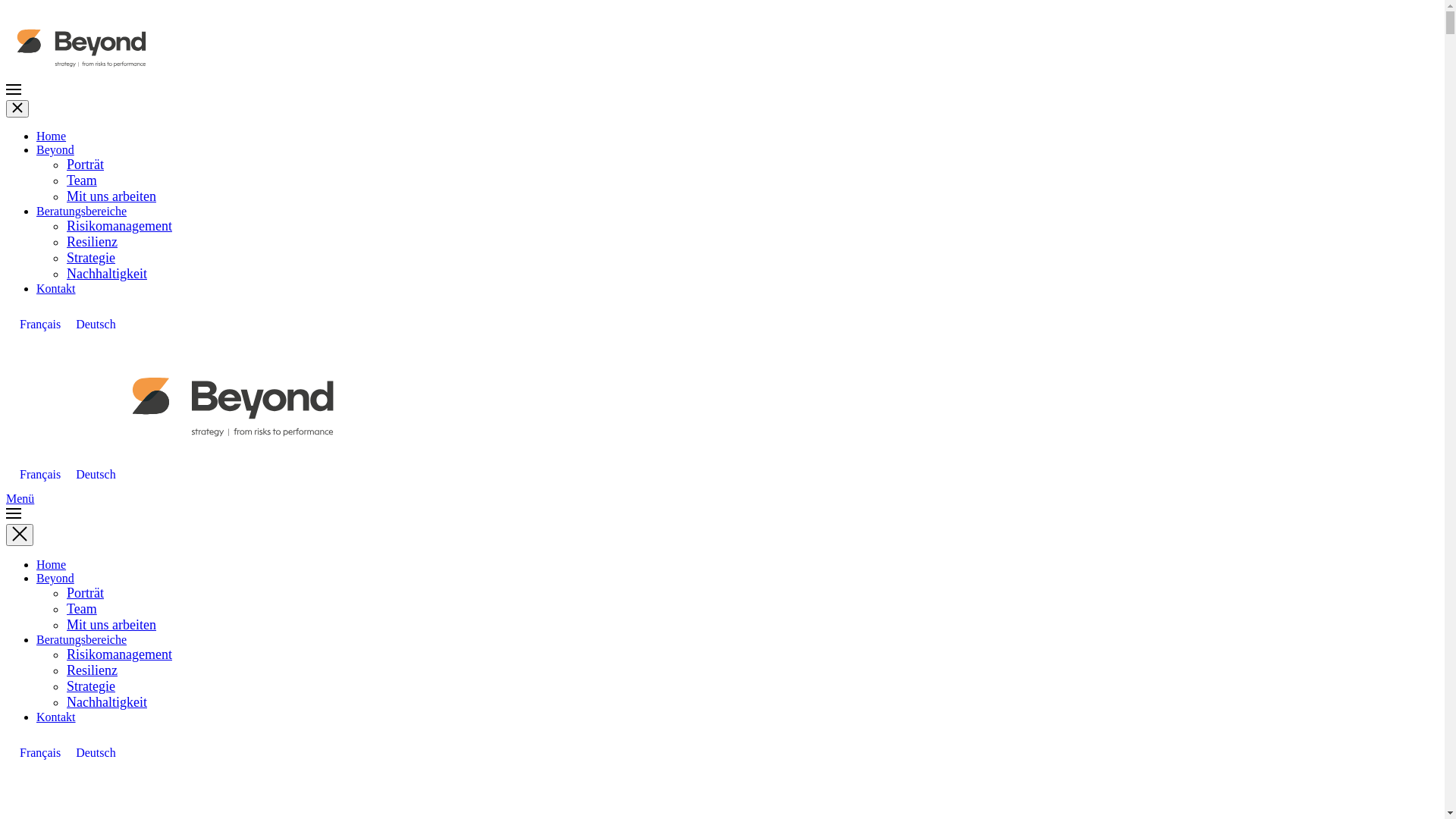 The image size is (1456, 819). I want to click on 'Mit uns arbeiten', so click(111, 625).